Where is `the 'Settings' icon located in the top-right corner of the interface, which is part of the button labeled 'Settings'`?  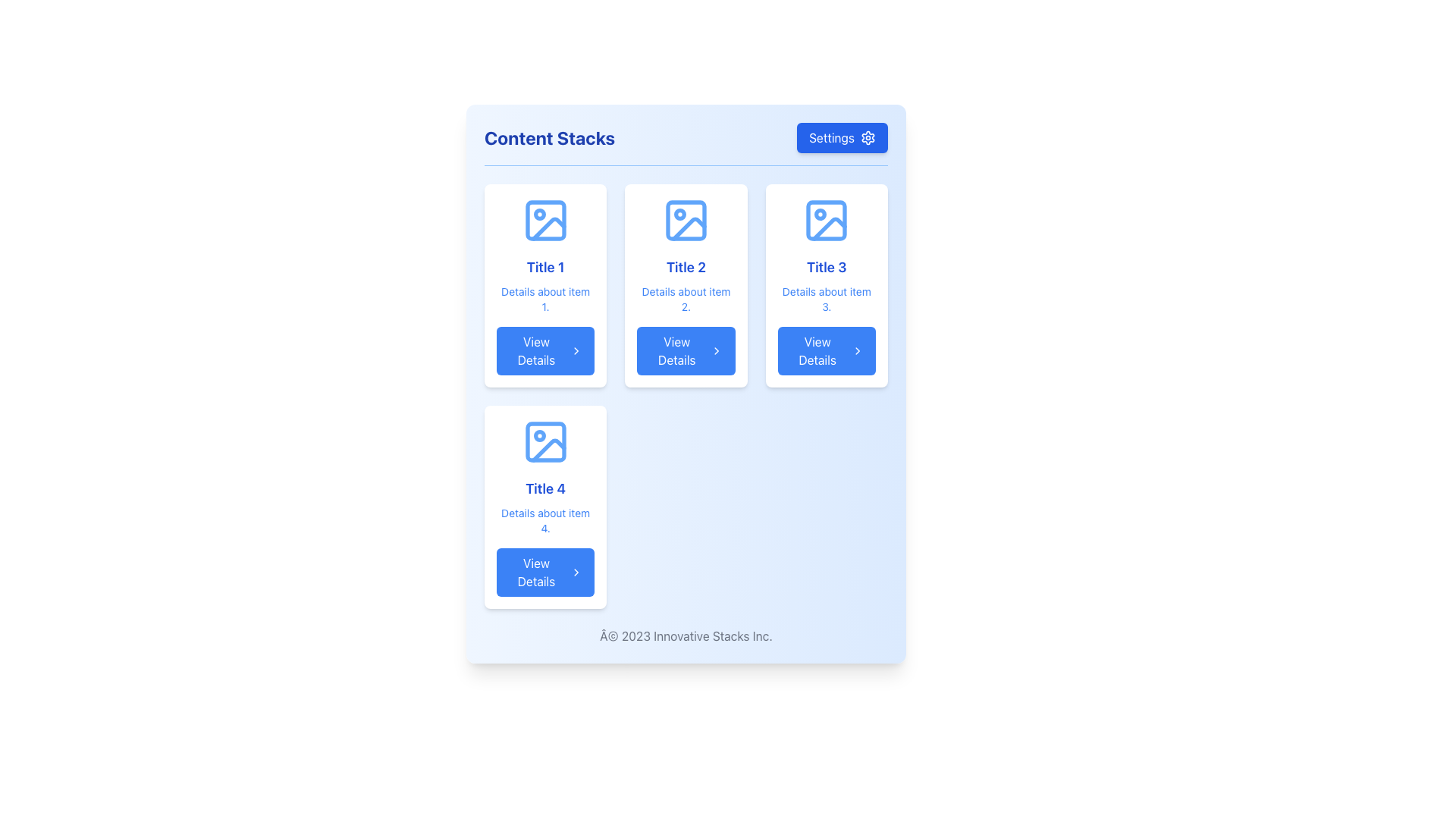
the 'Settings' icon located in the top-right corner of the interface, which is part of the button labeled 'Settings' is located at coordinates (868, 137).